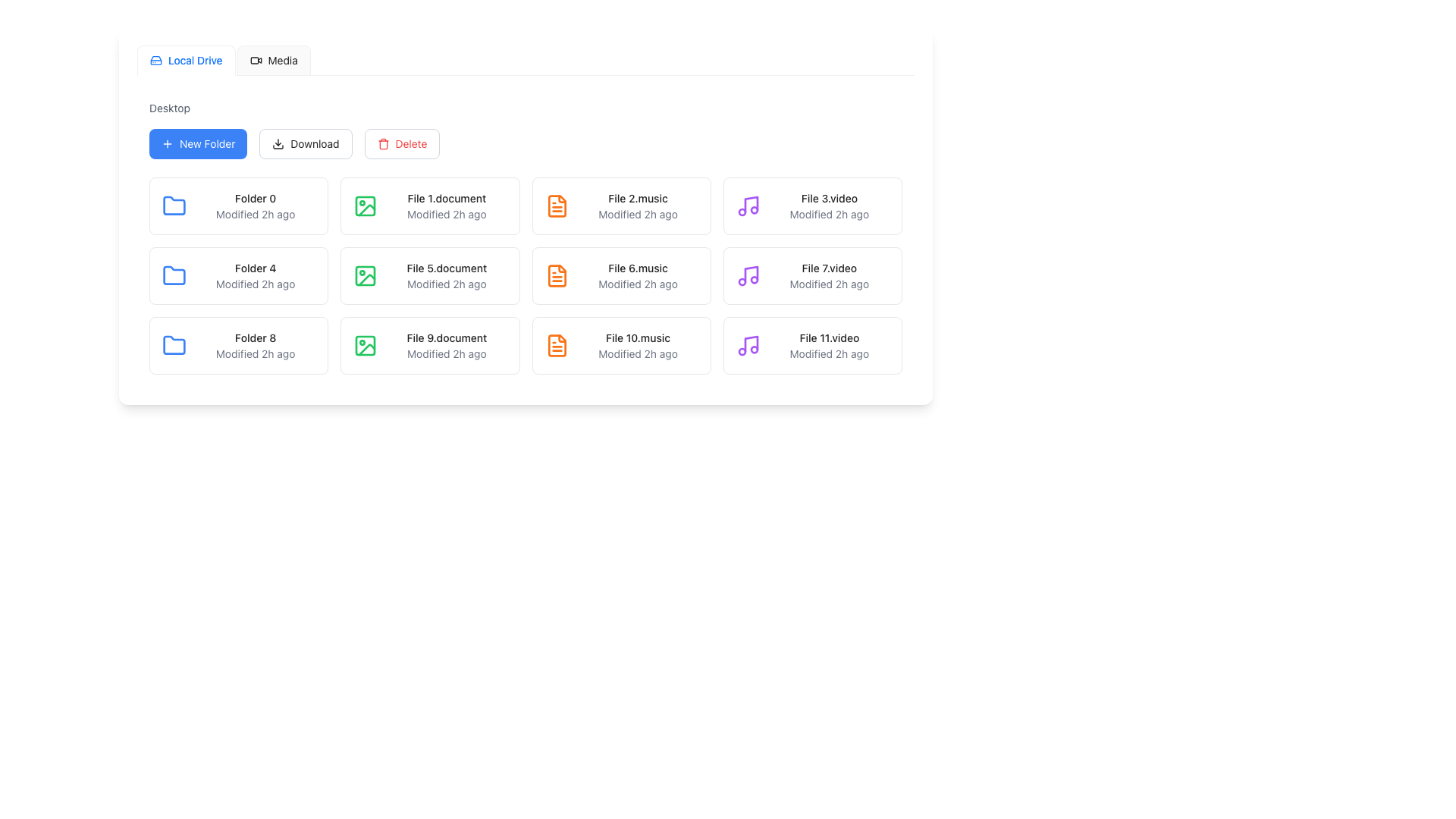  Describe the element at coordinates (238, 206) in the screenshot. I see `the folder element in the file manager interface, which contains information about the folder's name and last modification time, located in the first row and first column of the grid layout` at that location.